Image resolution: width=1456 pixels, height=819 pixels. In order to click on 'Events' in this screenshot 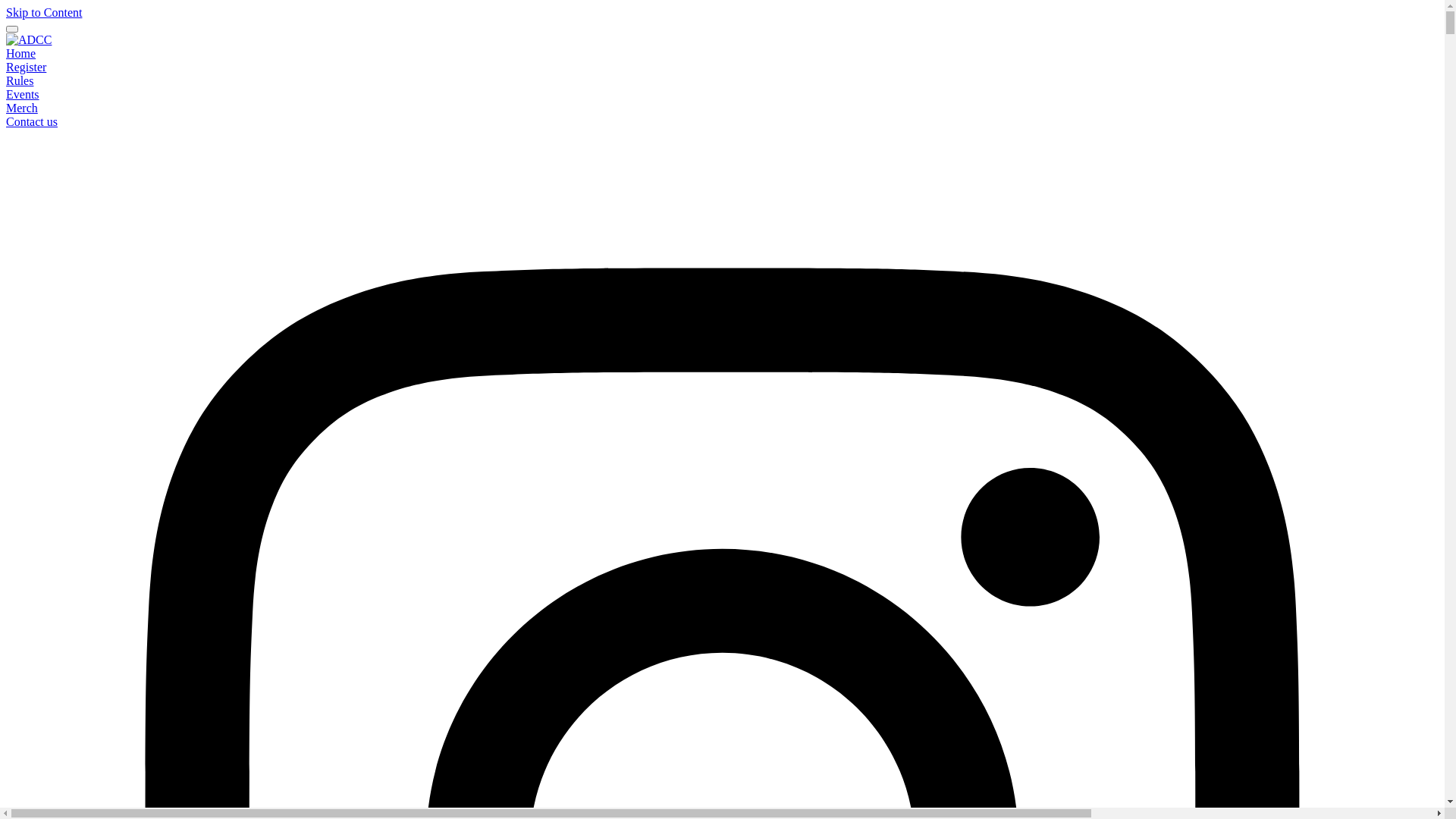, I will do `click(22, 94)`.